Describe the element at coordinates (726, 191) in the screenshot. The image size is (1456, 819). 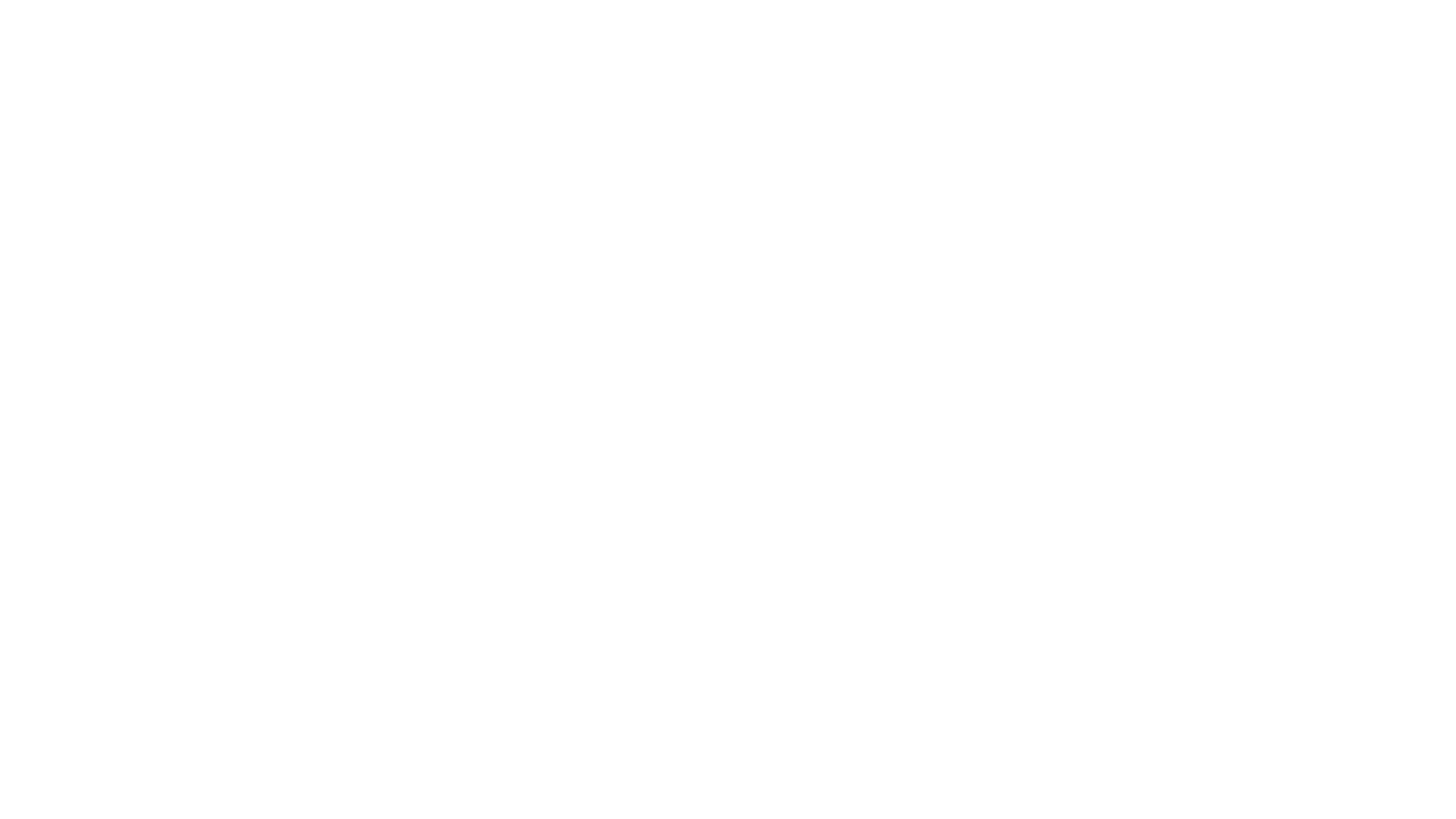
I see `Sa Nogueira Lisboa` at that location.